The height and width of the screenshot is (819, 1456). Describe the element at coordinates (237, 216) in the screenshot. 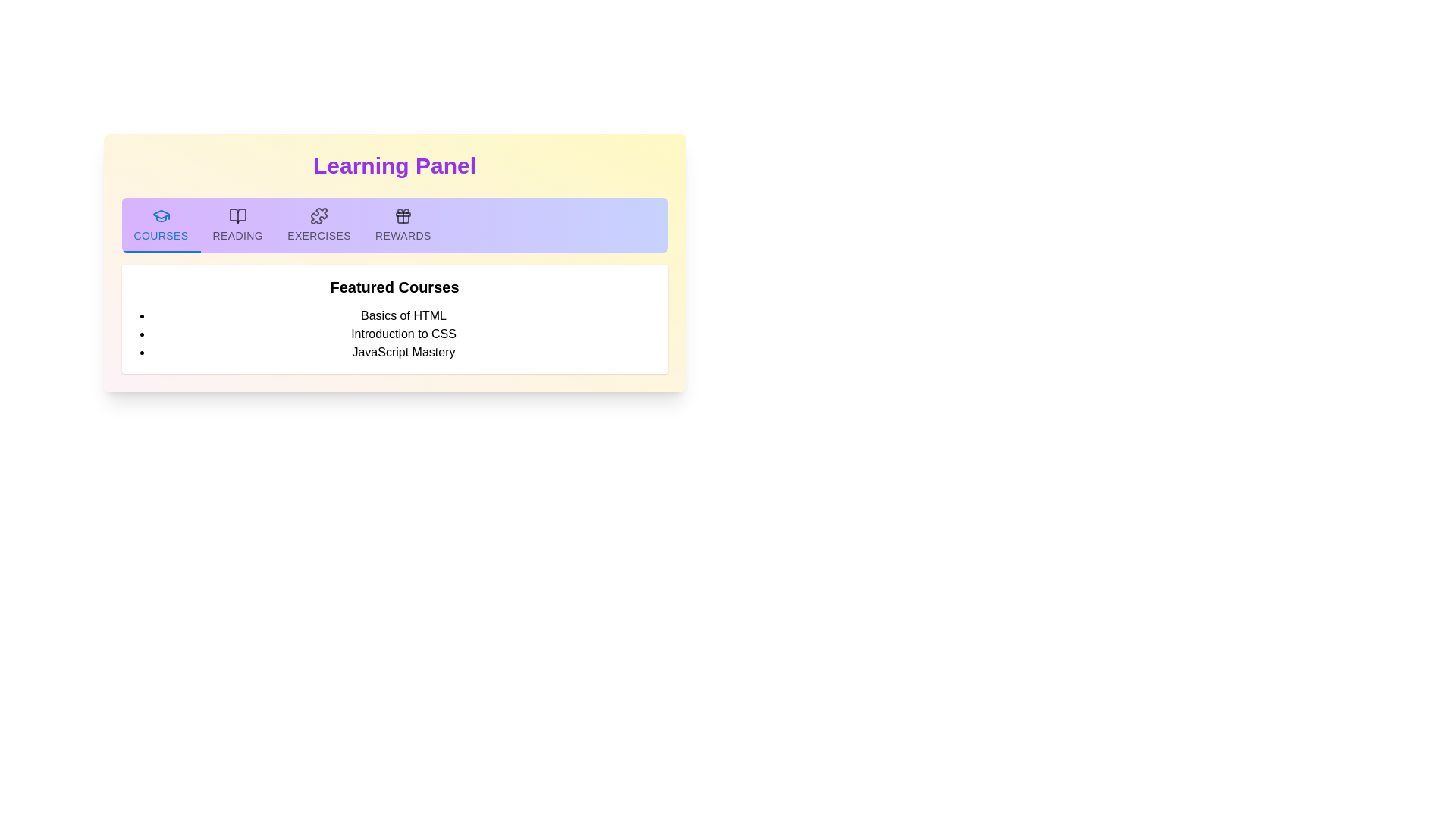

I see `the open-book icon located in the 'READING' tab, which is the second icon in the horizontal tab menu at the top of the user panel` at that location.